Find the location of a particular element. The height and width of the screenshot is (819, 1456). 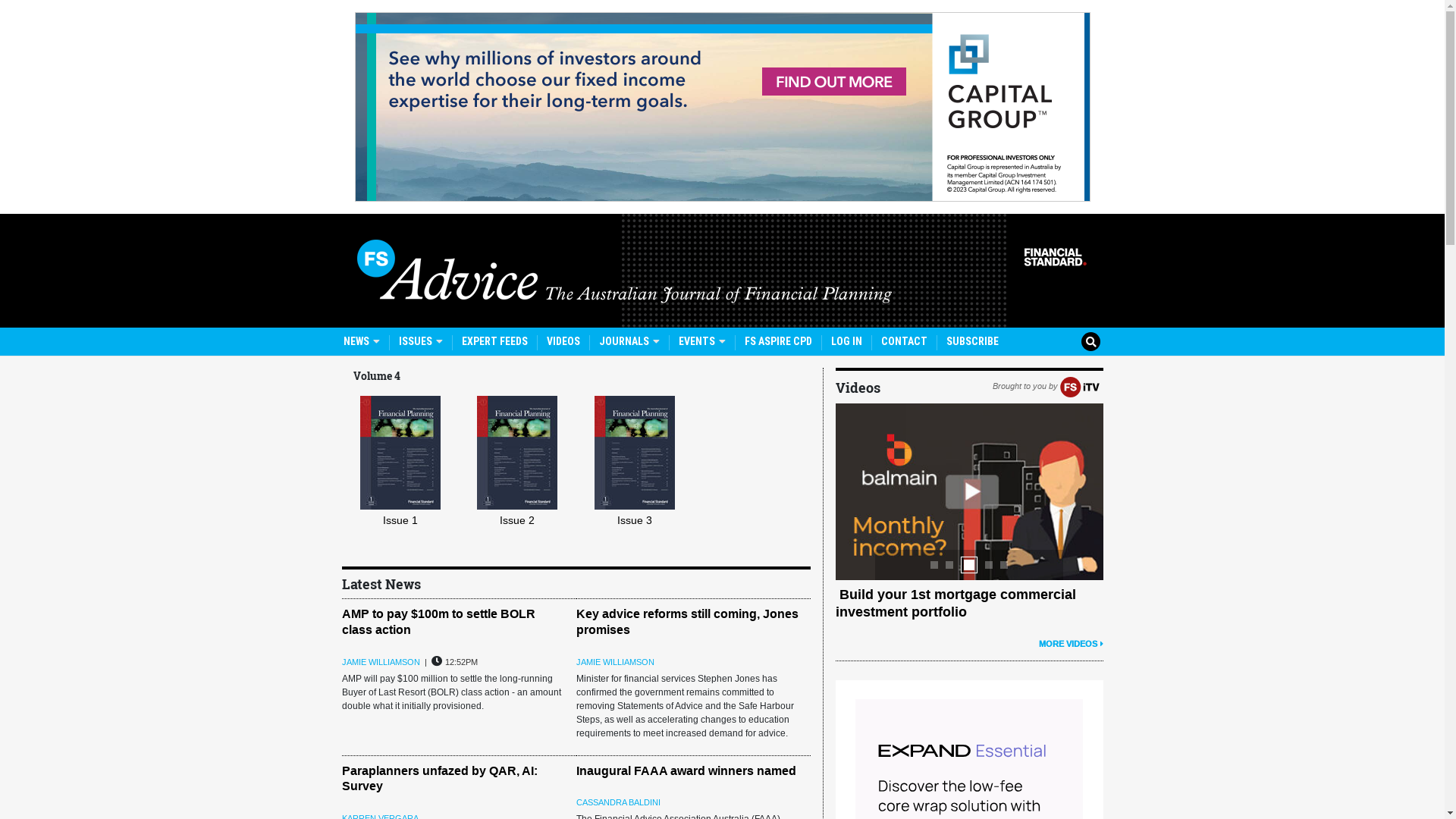

'Paraplanners unfazed by QAR, AI: Survey' is located at coordinates (438, 778).